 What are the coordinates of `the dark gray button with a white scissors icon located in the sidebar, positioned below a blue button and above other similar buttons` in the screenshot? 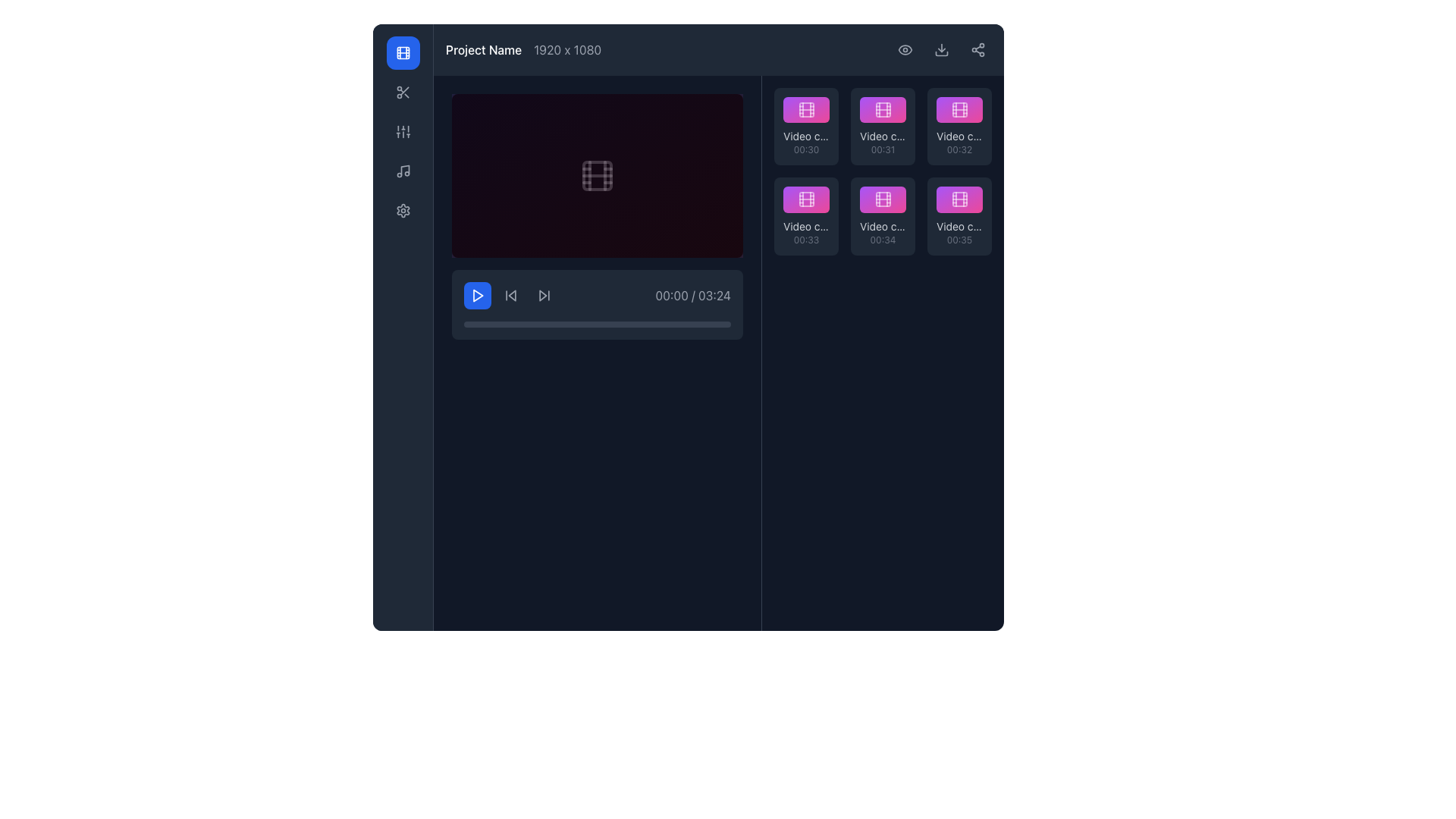 It's located at (403, 93).